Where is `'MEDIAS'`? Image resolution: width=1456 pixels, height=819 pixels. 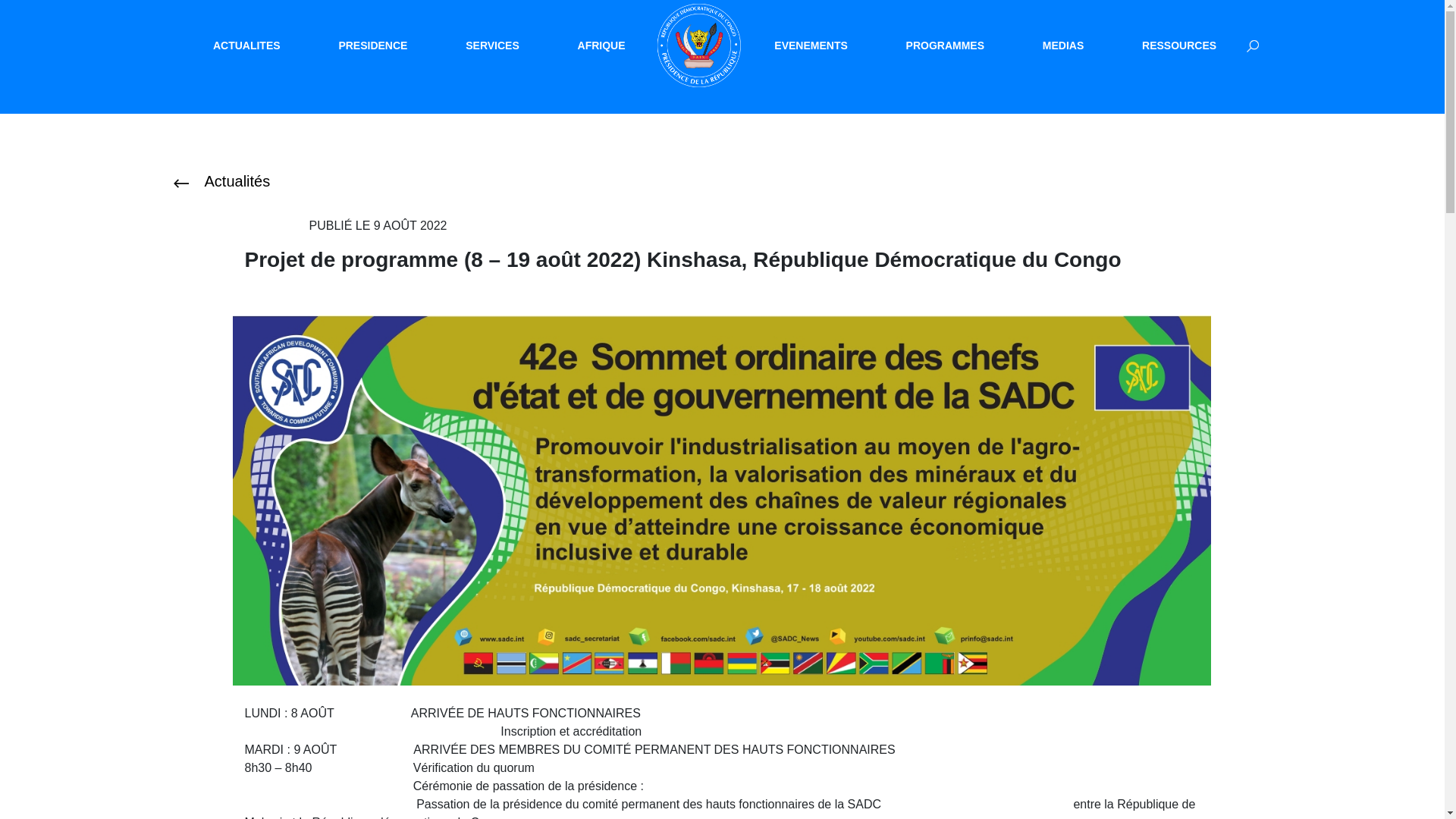 'MEDIAS' is located at coordinates (1041, 45).